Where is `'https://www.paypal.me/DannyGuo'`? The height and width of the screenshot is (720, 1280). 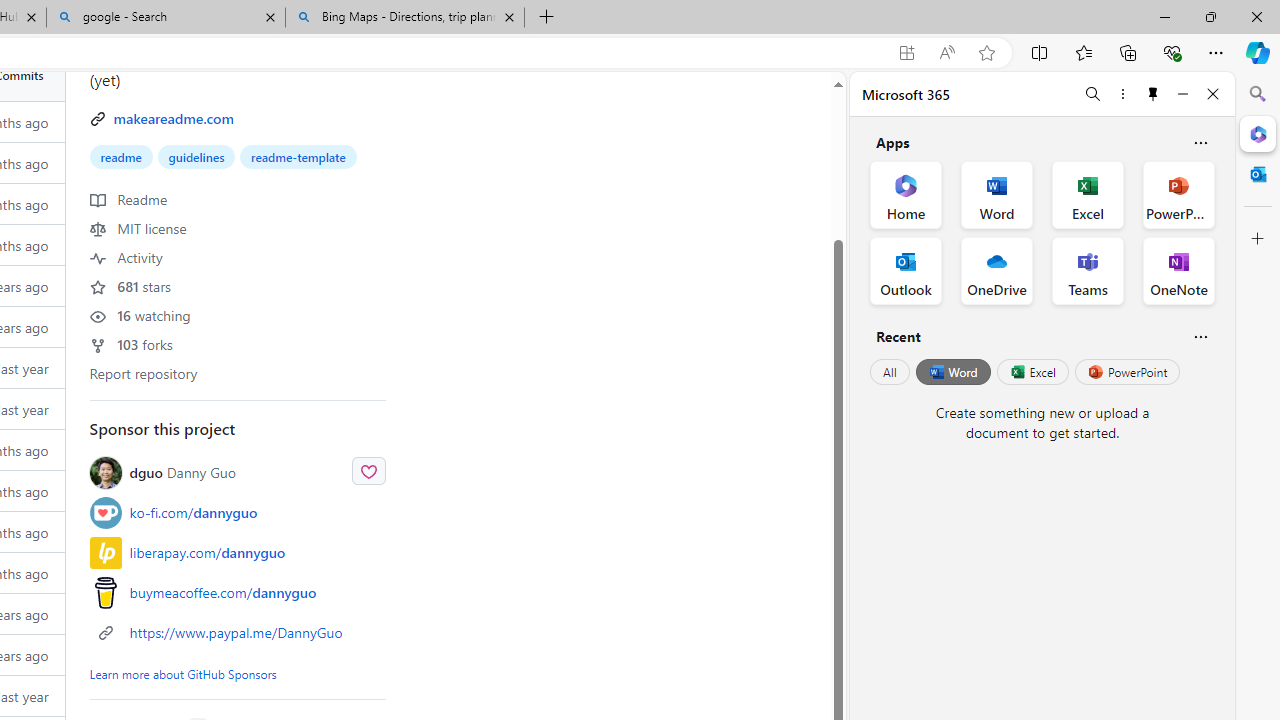
'https://www.paypal.me/DannyGuo' is located at coordinates (238, 632).